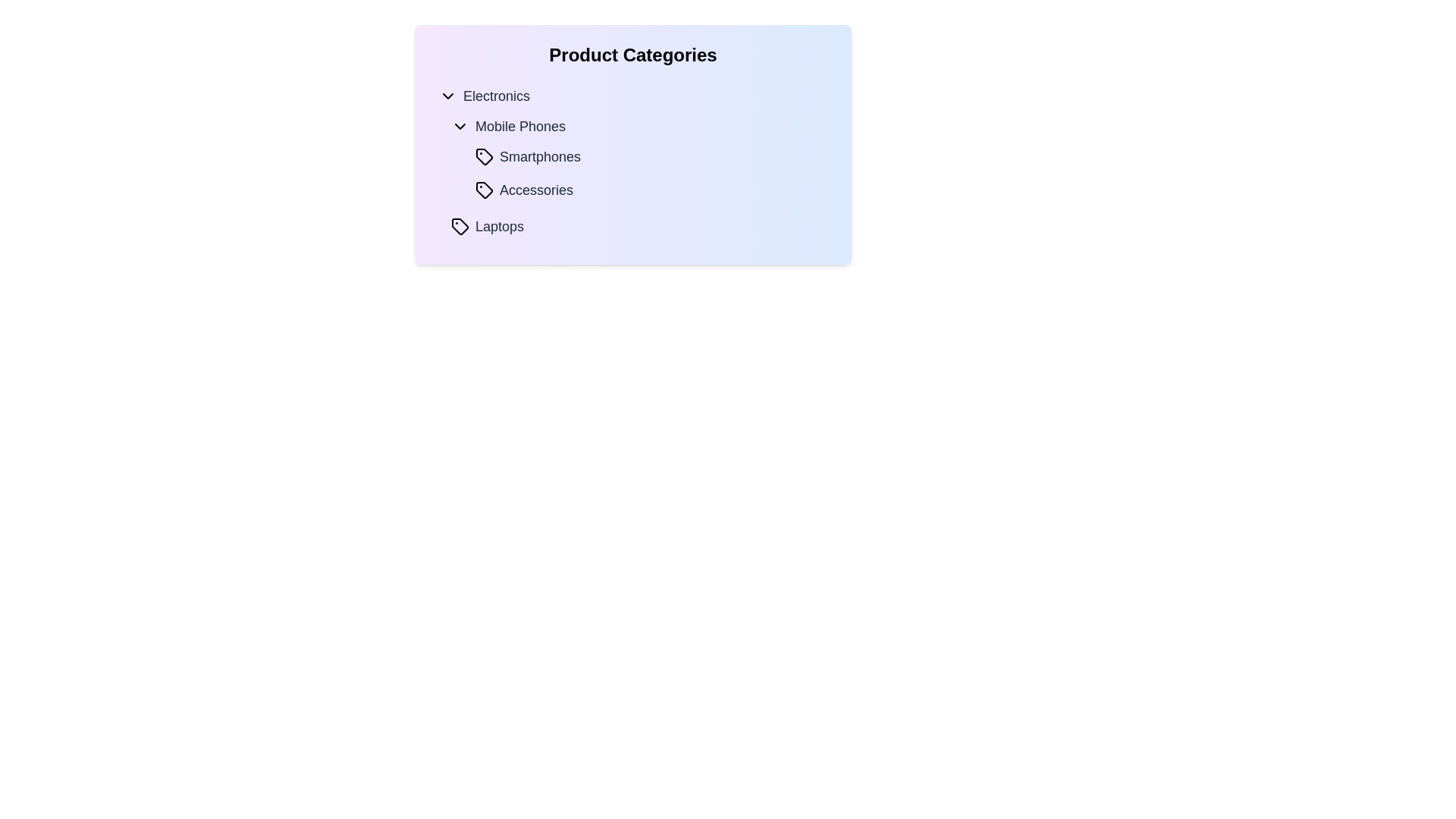 The height and width of the screenshot is (819, 1456). I want to click on the 'Accessories' link within the 'Mobile Phones' category to trigger its hover effect, so click(651, 189).